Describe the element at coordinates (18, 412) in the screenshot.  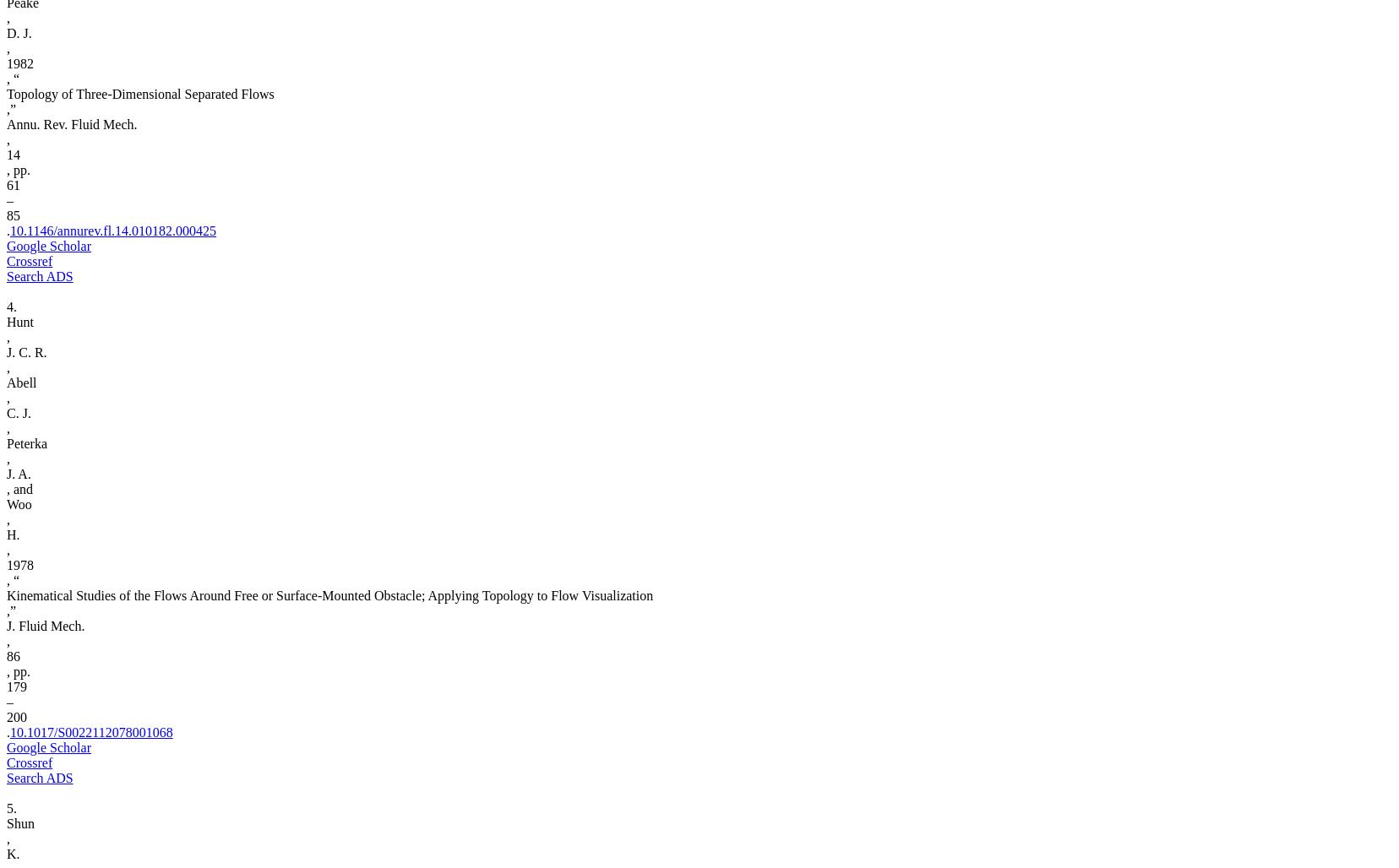
I see `'C. J.'` at that location.